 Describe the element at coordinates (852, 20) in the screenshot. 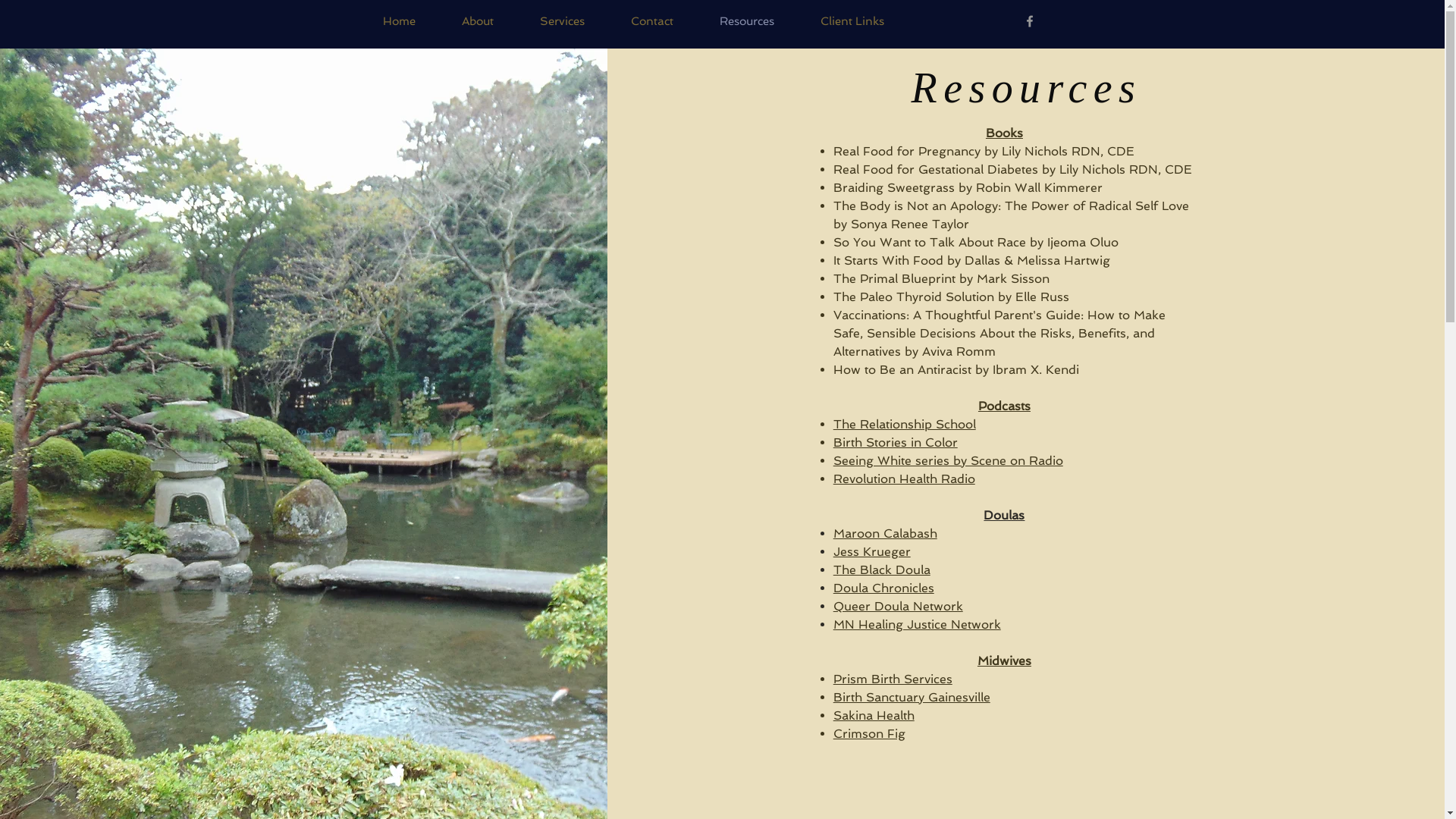

I see `'Client Links'` at that location.